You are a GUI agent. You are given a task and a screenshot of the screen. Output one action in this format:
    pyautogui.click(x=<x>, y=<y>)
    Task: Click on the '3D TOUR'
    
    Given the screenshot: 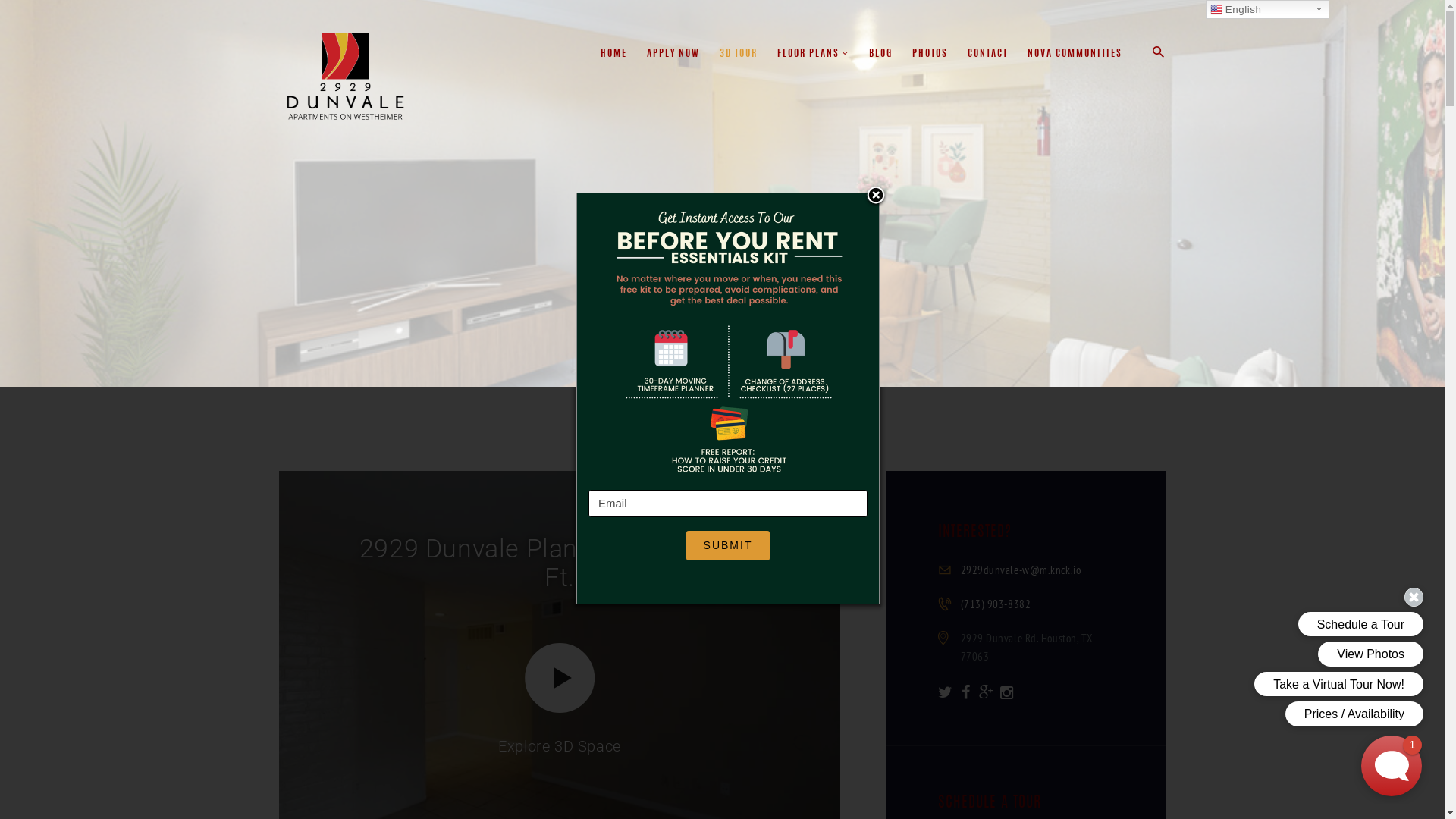 What is the action you would take?
    pyautogui.click(x=709, y=54)
    